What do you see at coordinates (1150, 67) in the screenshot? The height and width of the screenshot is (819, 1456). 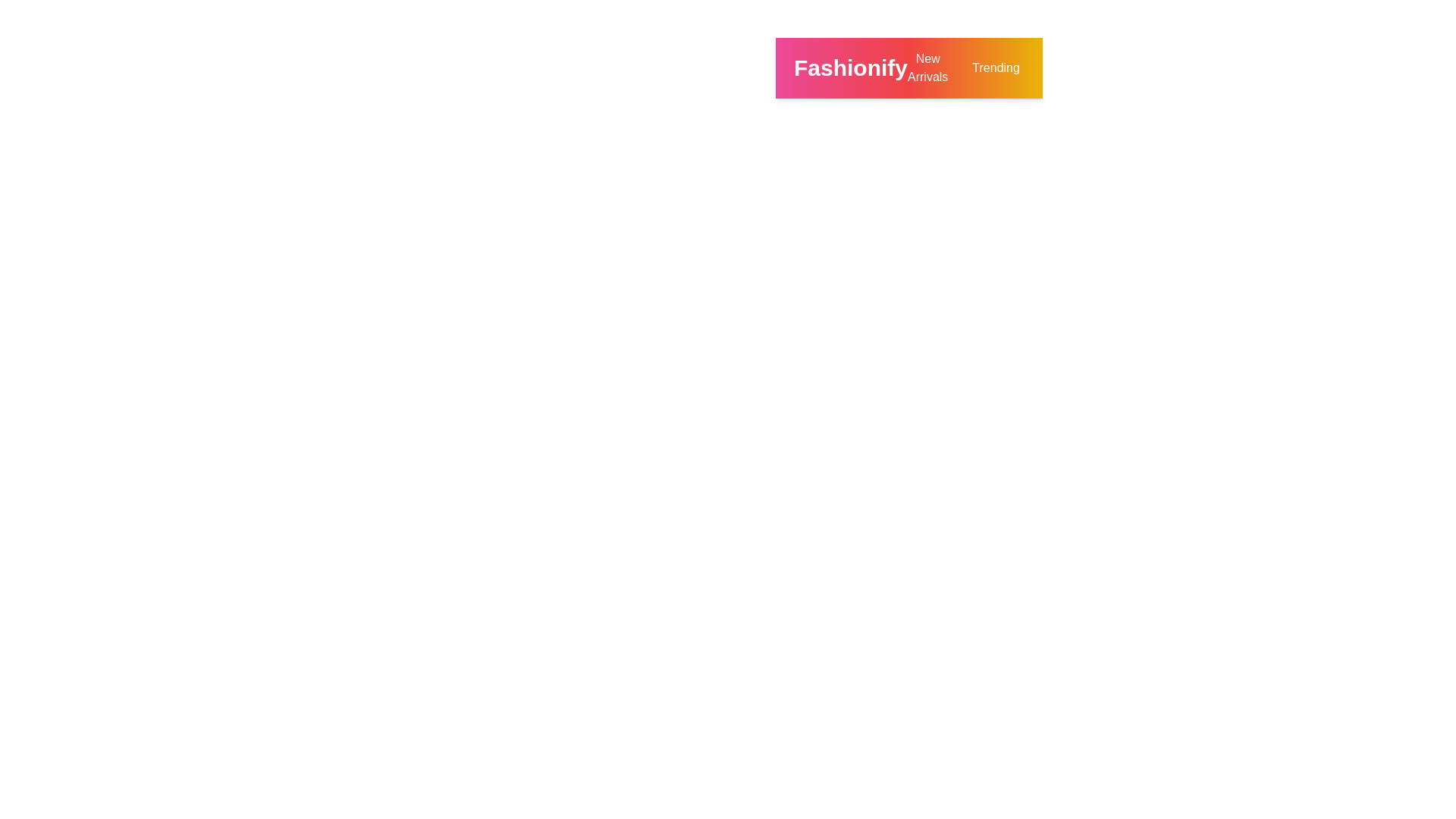 I see `the search icon to initiate a product search` at bounding box center [1150, 67].